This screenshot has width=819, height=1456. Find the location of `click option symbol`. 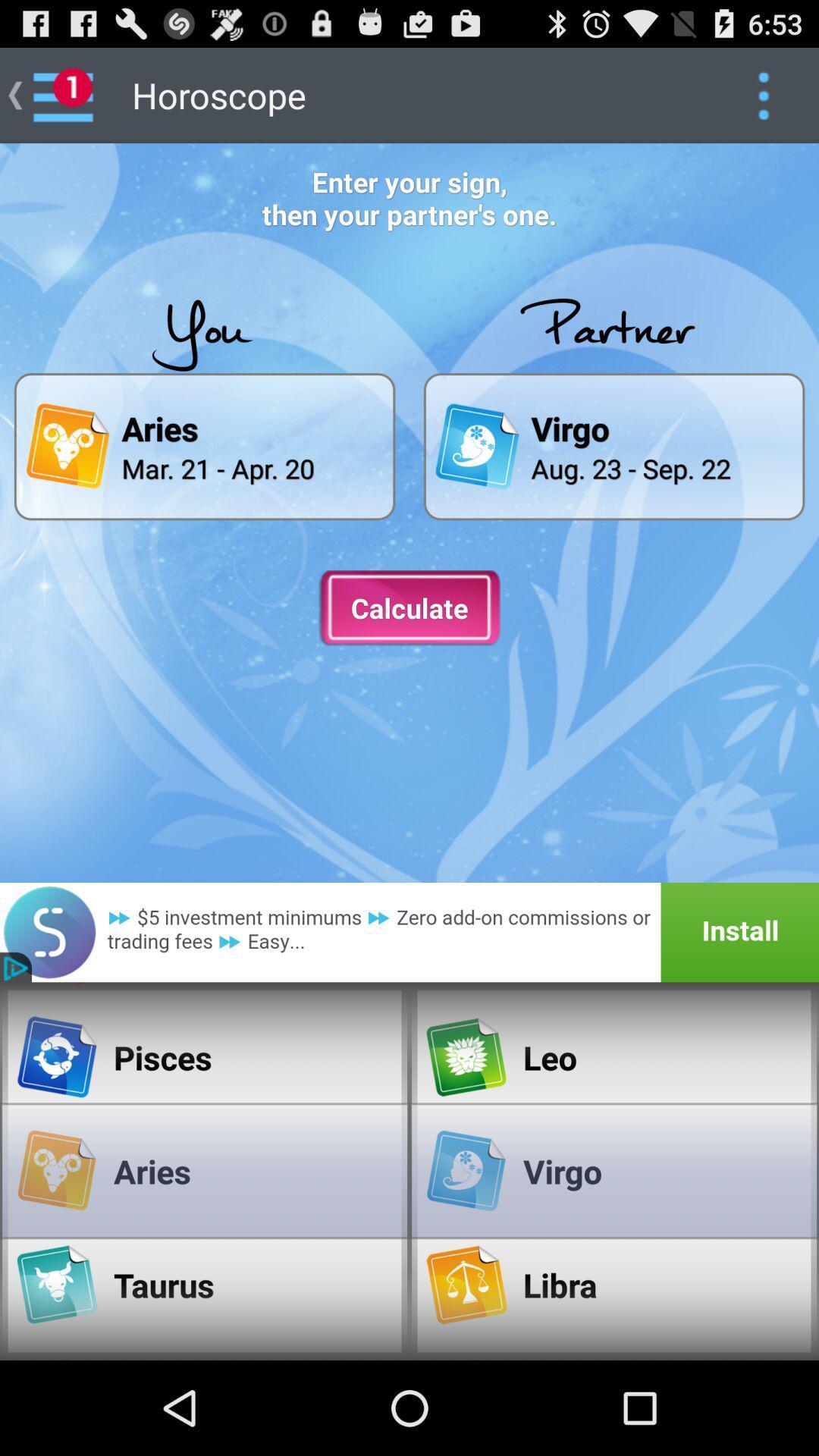

click option symbol is located at coordinates (763, 94).